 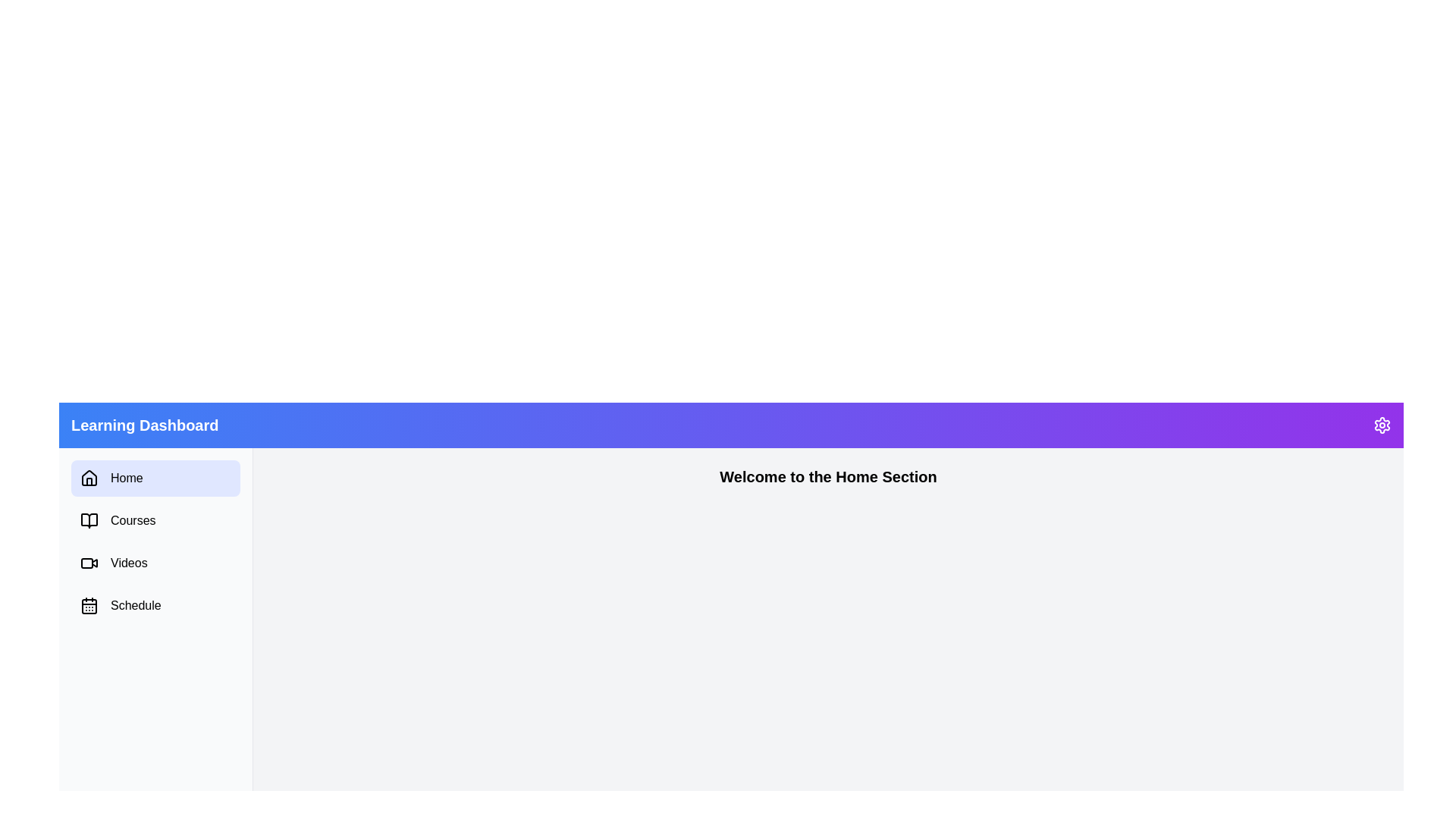 I want to click on the settings icon button located in the top-right corner of the navigation bar labeled 'Learning Dashboard', so click(x=1382, y=425).